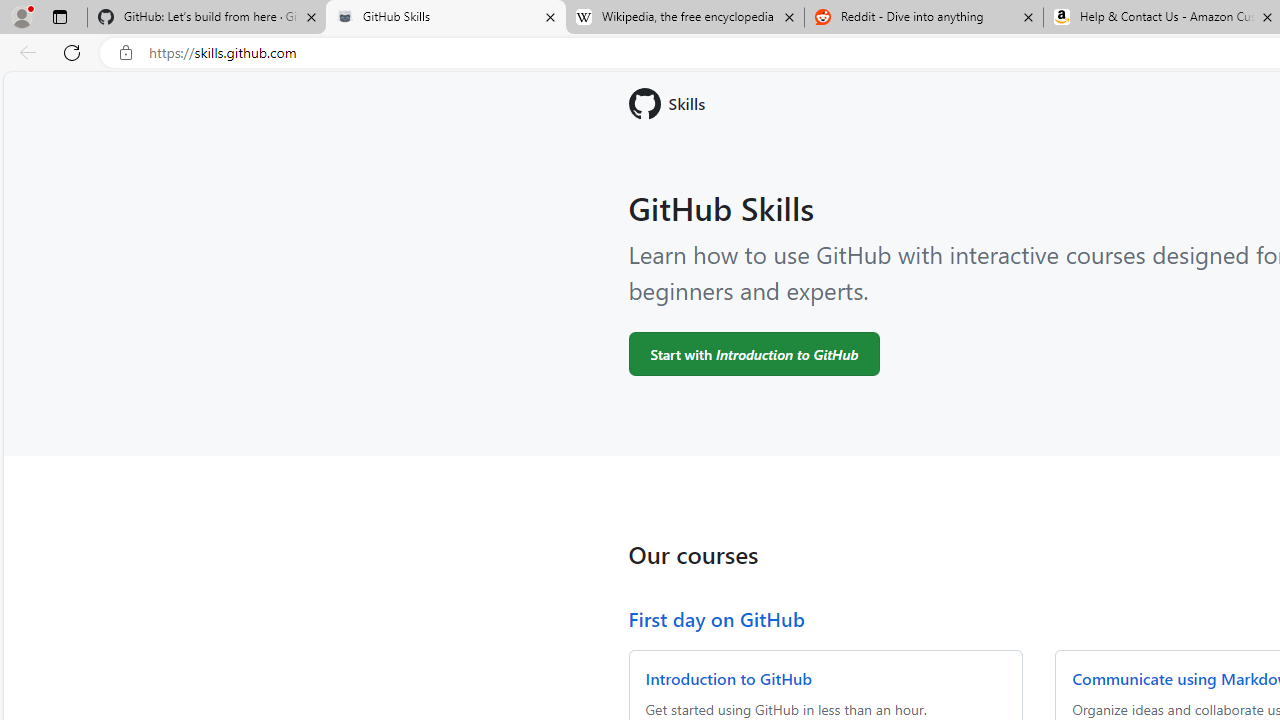 This screenshot has width=1280, height=720. Describe the element at coordinates (684, 17) in the screenshot. I see `'Wikipedia, the free encyclopedia'` at that location.